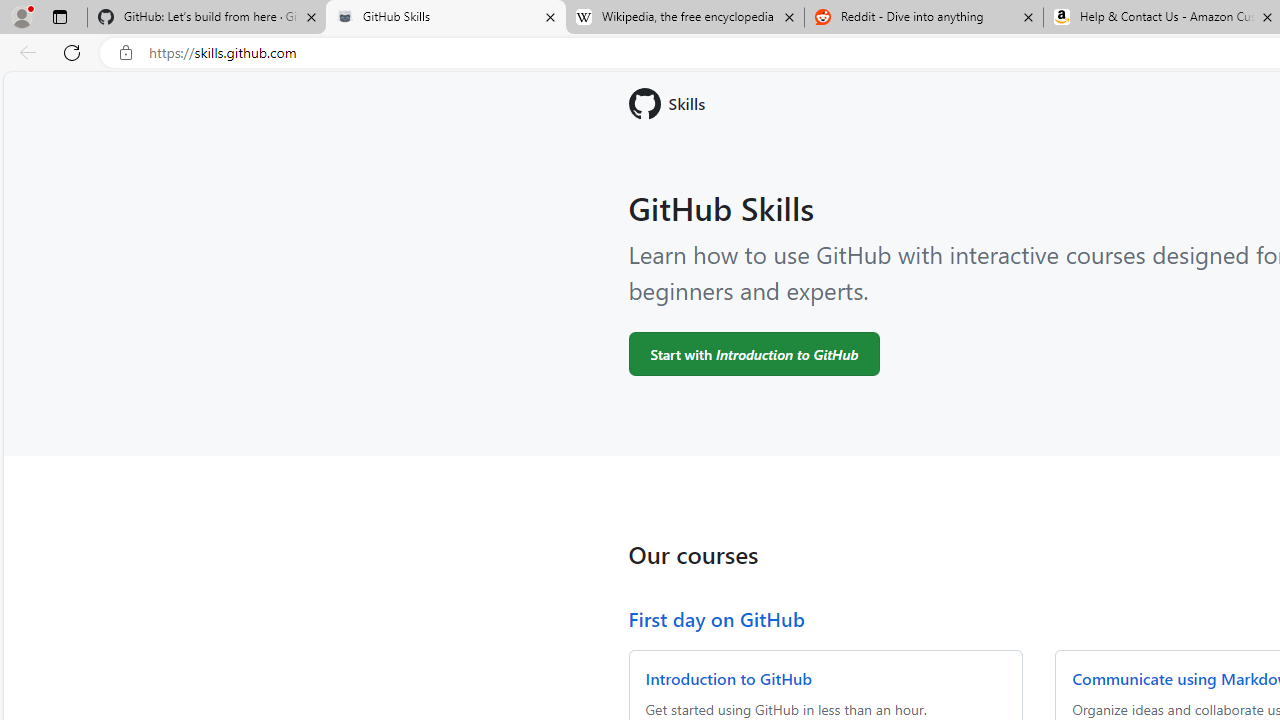 This screenshot has width=1280, height=720. Describe the element at coordinates (684, 17) in the screenshot. I see `'Wikipedia, the free encyclopedia'` at that location.